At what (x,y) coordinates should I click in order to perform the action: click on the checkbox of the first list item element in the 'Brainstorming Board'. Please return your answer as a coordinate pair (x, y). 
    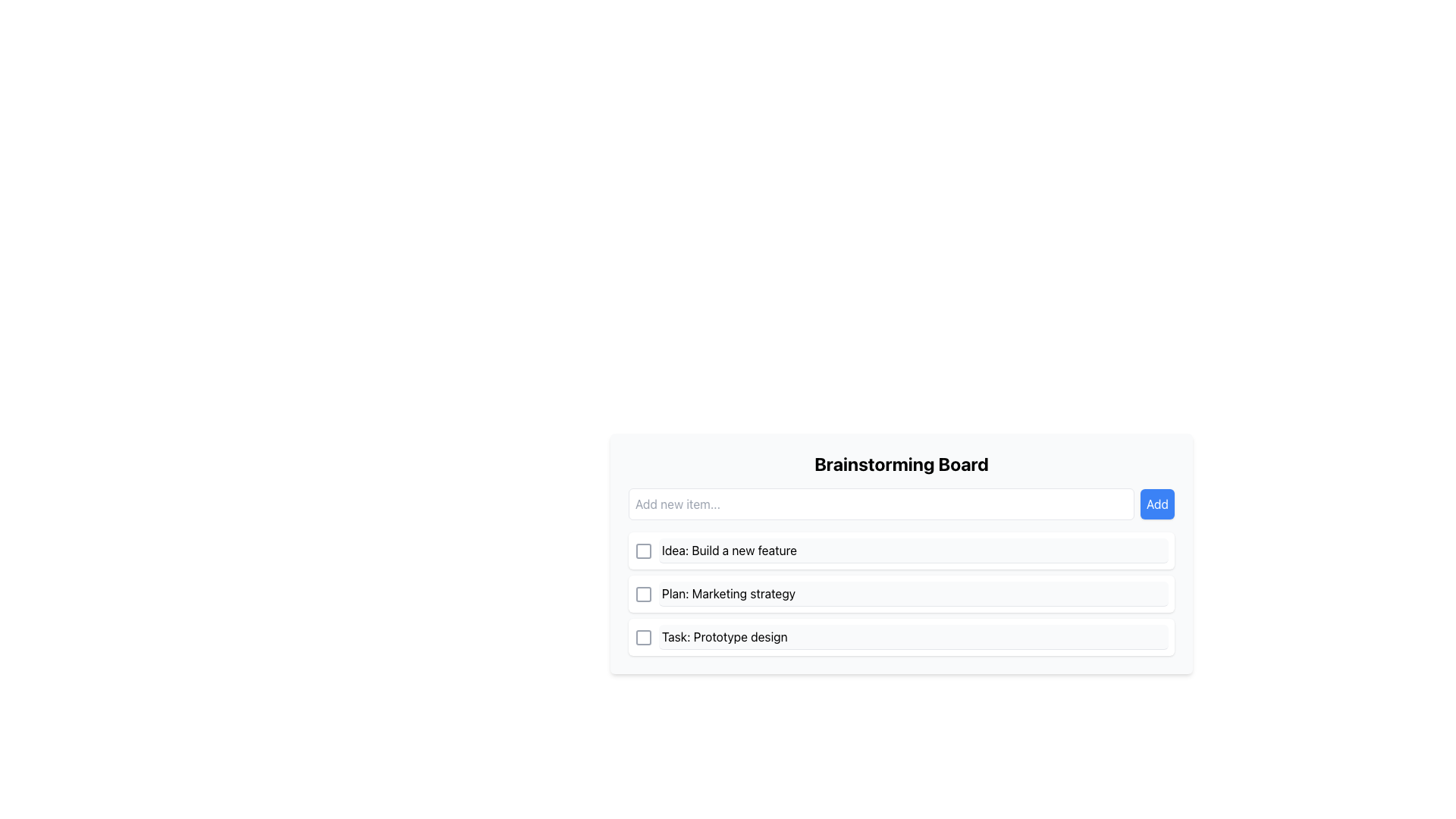
    Looking at the image, I should click on (902, 553).